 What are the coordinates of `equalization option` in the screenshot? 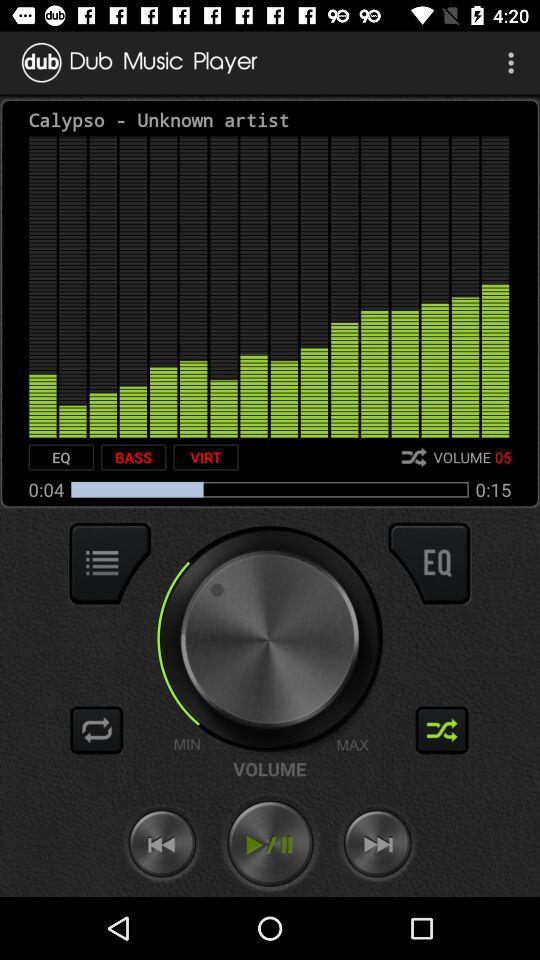 It's located at (428, 563).